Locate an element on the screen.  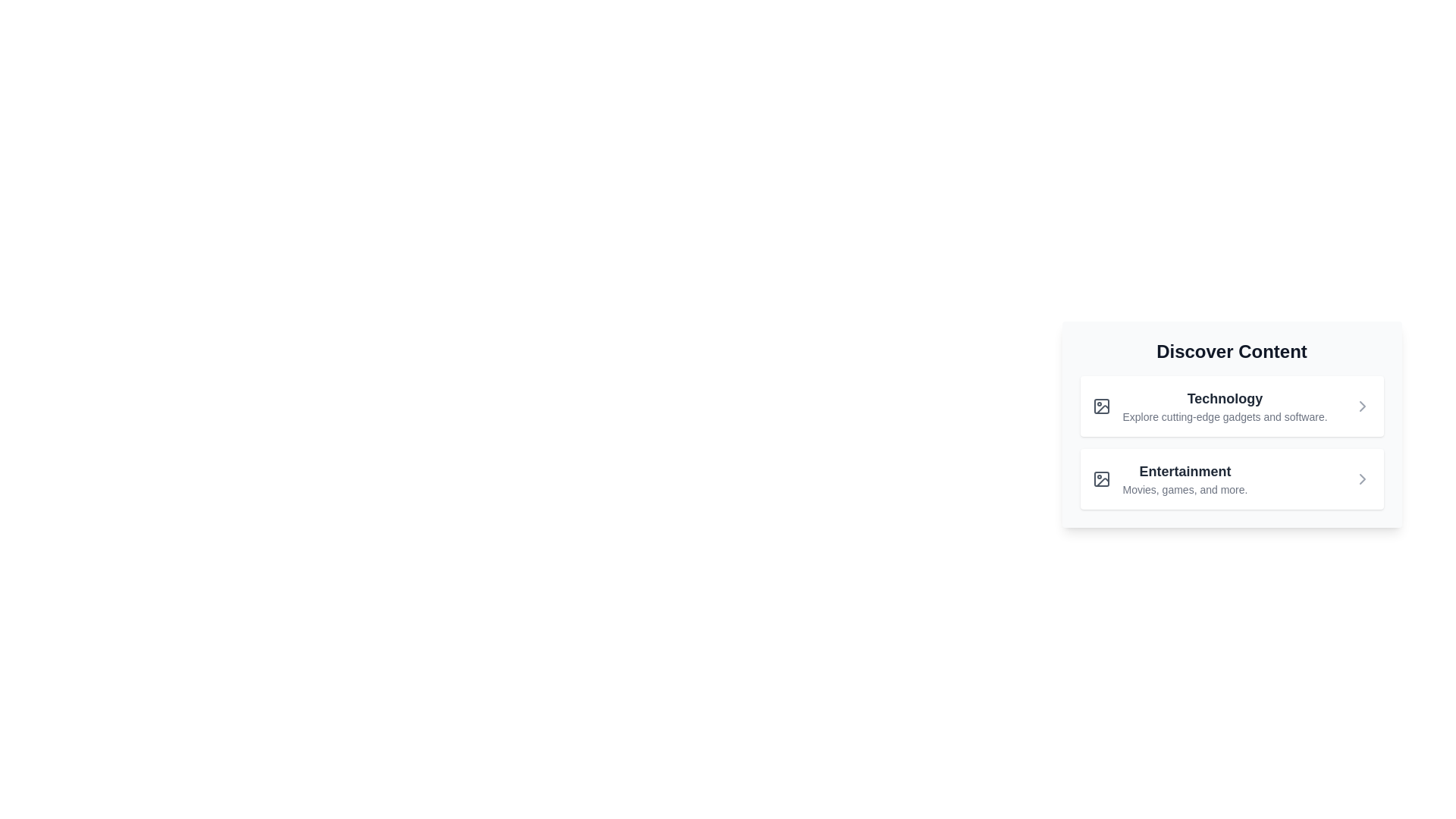
SVG rectangle element that serves as the rectangular background of the icon graphic for development purposes is located at coordinates (1101, 406).